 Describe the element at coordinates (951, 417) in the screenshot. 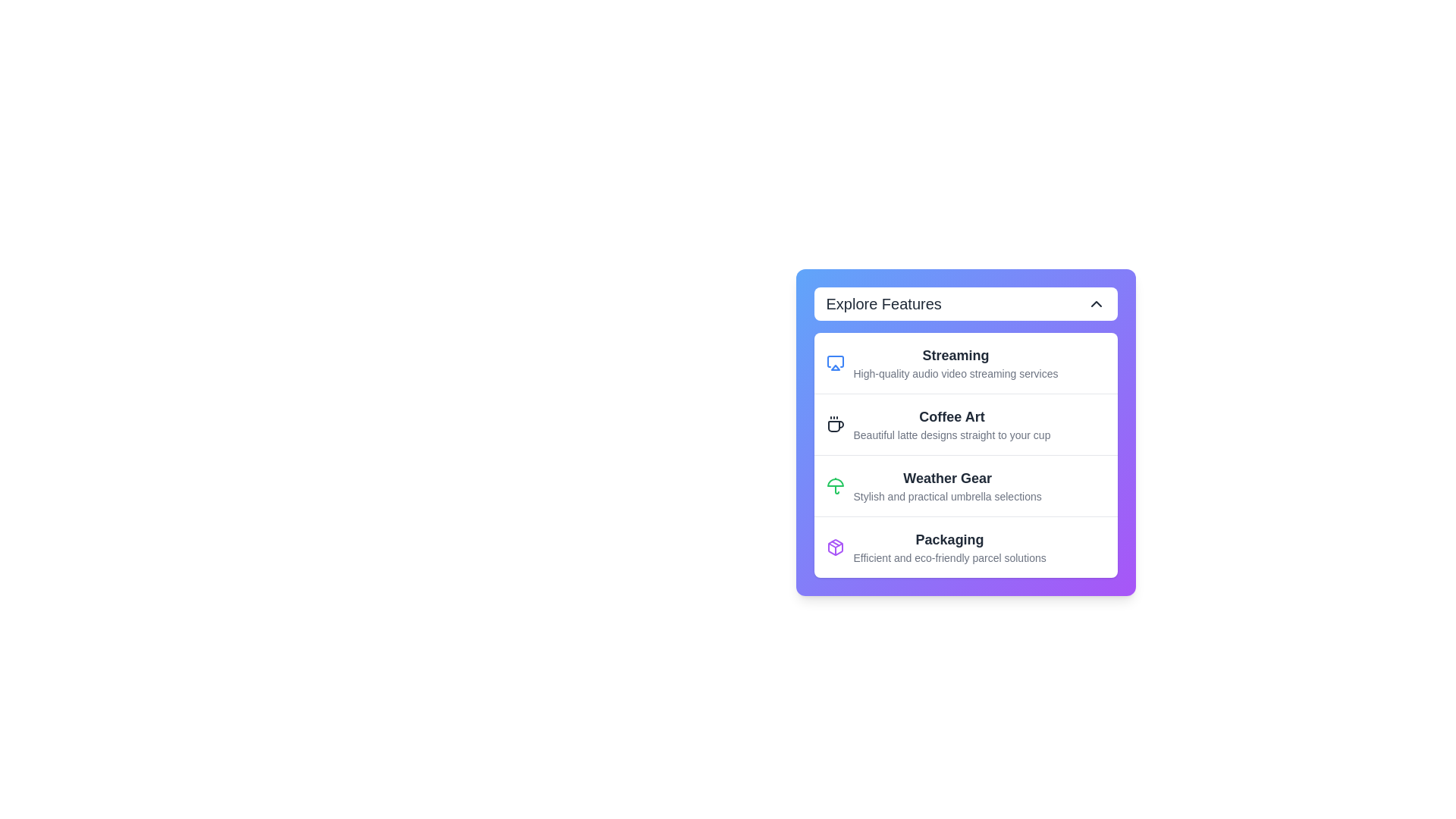

I see `the text label for 'Coffee Art'` at that location.